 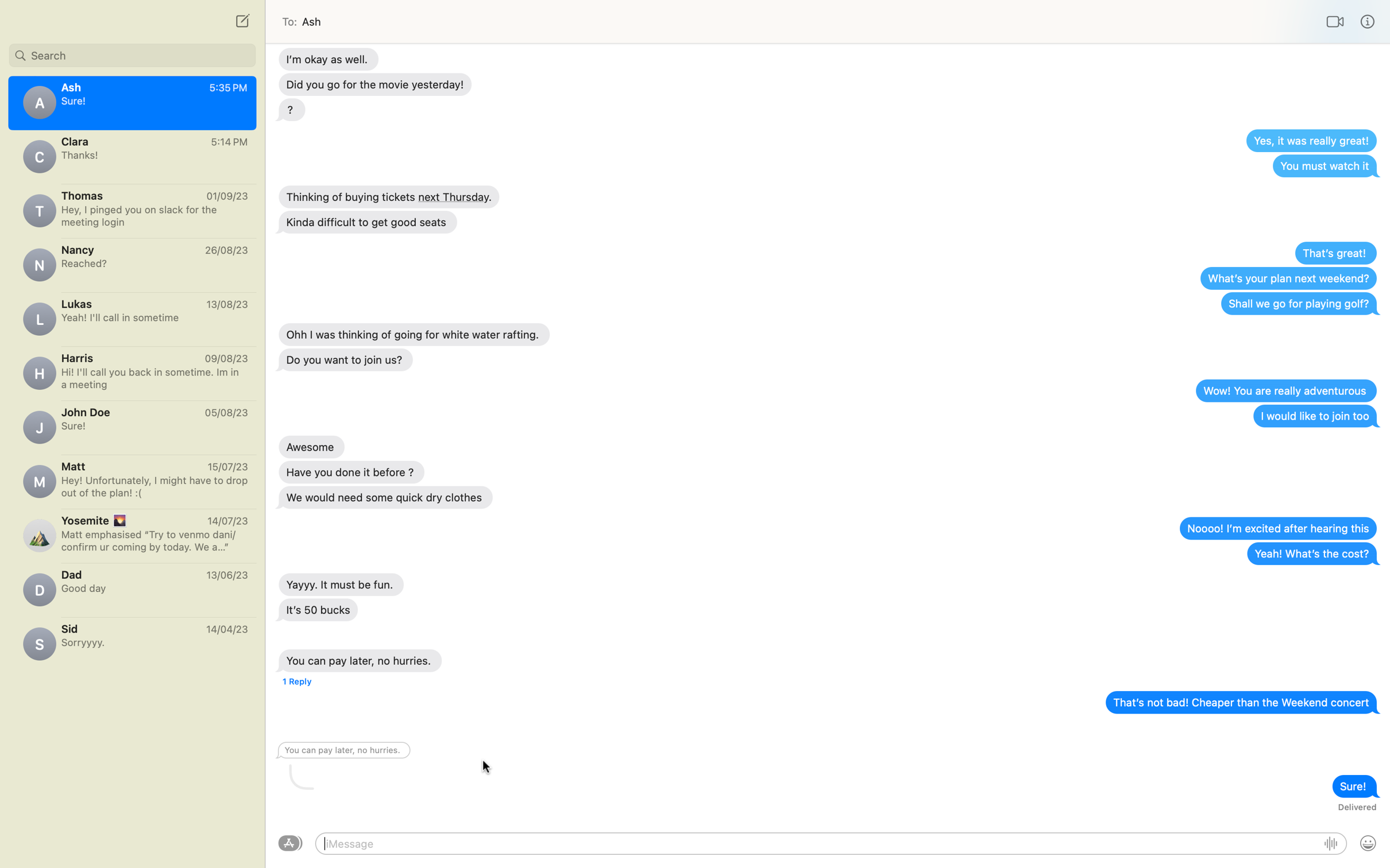 I want to click on Go to your father"s chat located in the left menu, so click(x=132, y=586).